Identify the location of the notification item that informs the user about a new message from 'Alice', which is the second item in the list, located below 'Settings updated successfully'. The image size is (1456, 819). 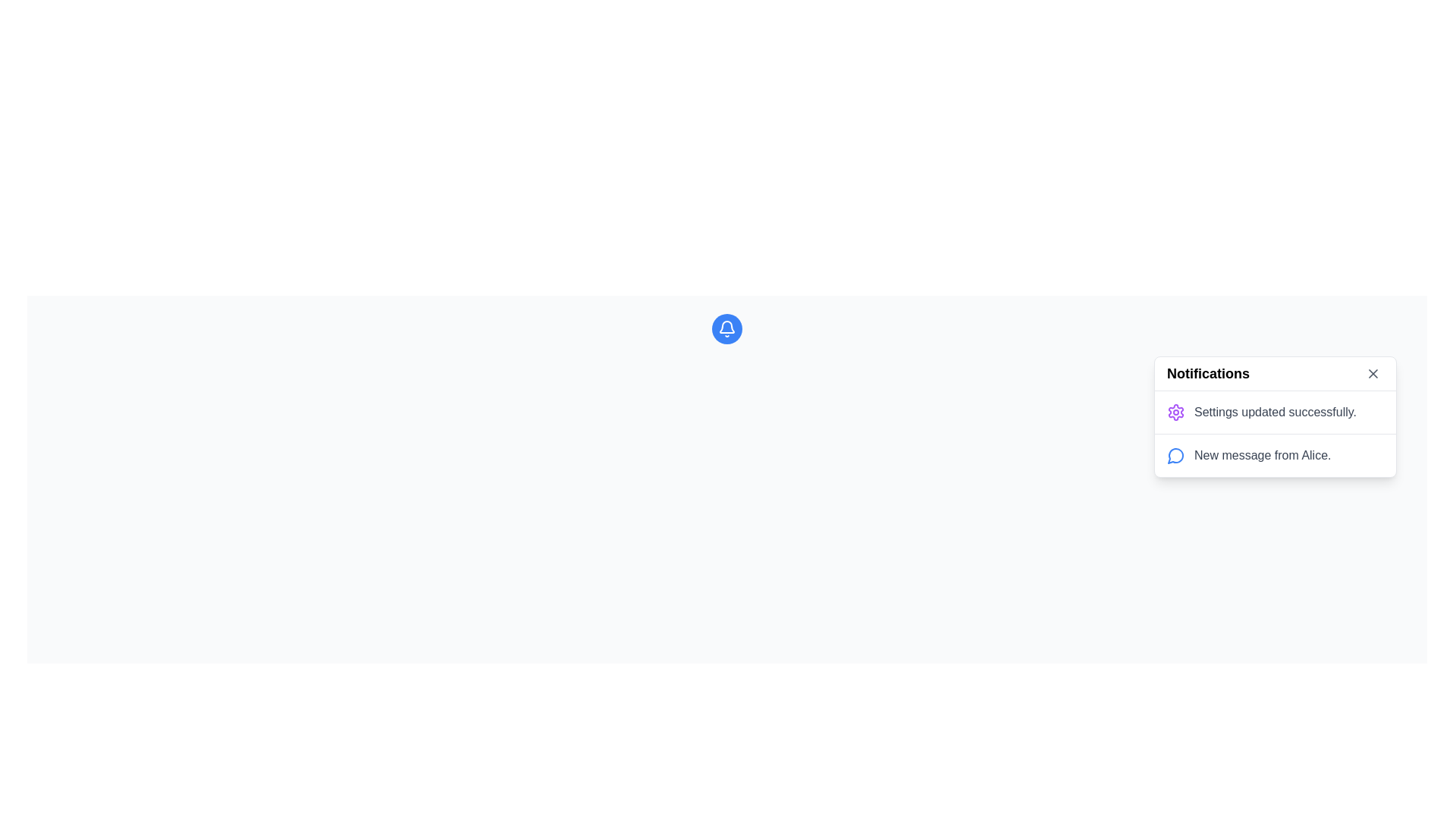
(1274, 454).